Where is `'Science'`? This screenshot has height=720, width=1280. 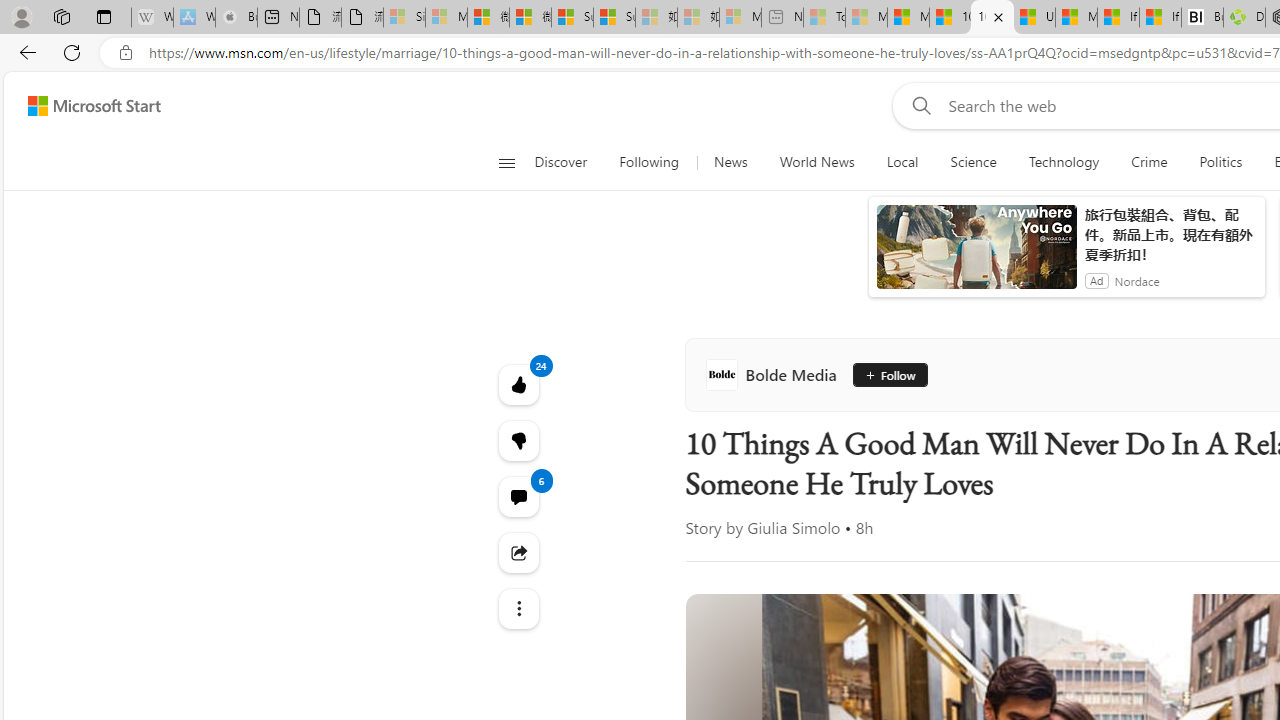
'Science' is located at coordinates (973, 162).